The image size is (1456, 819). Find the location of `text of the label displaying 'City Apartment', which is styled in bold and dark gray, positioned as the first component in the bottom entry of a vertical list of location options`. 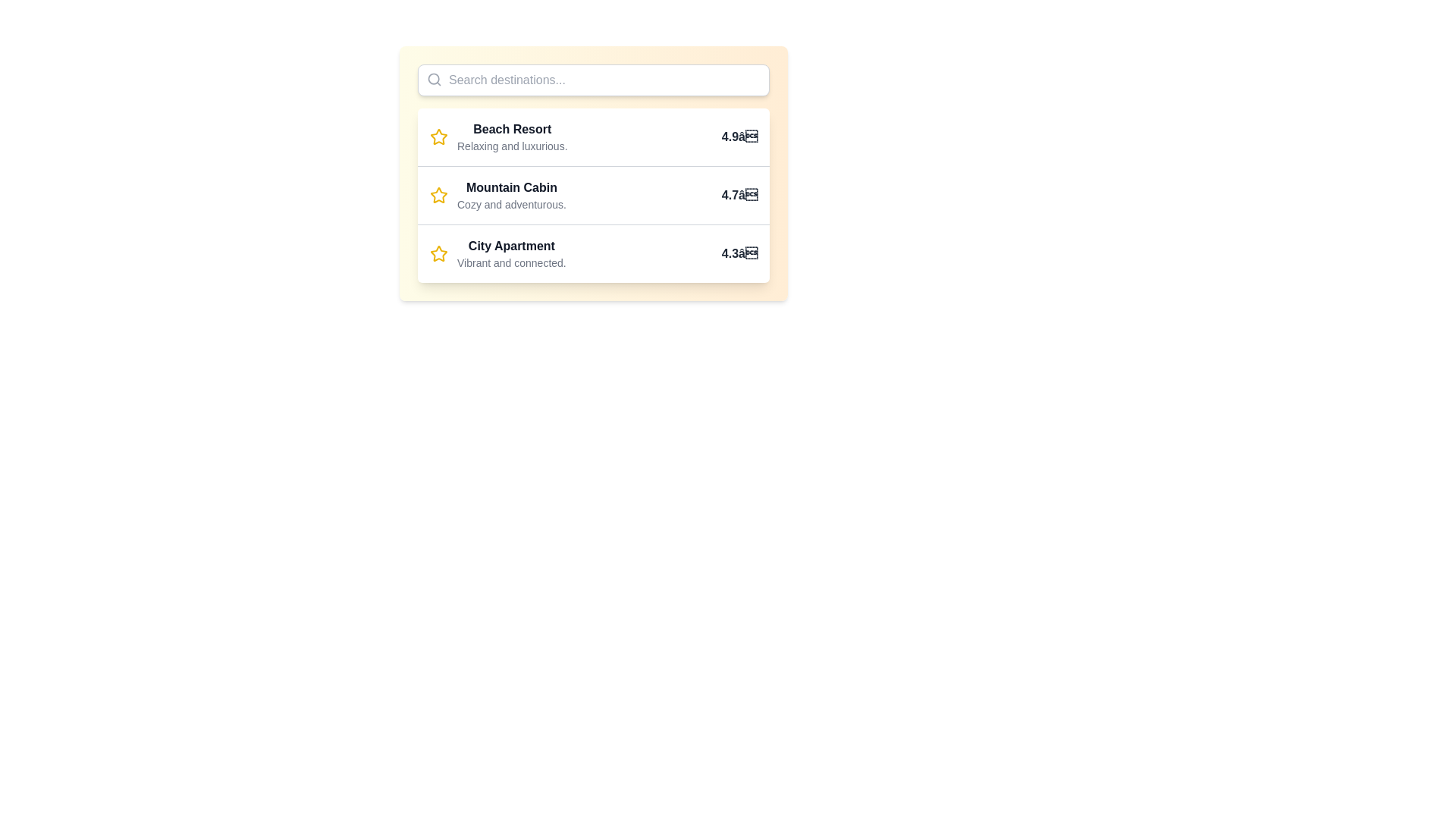

text of the label displaying 'City Apartment', which is styled in bold and dark gray, positioned as the first component in the bottom entry of a vertical list of location options is located at coordinates (511, 245).